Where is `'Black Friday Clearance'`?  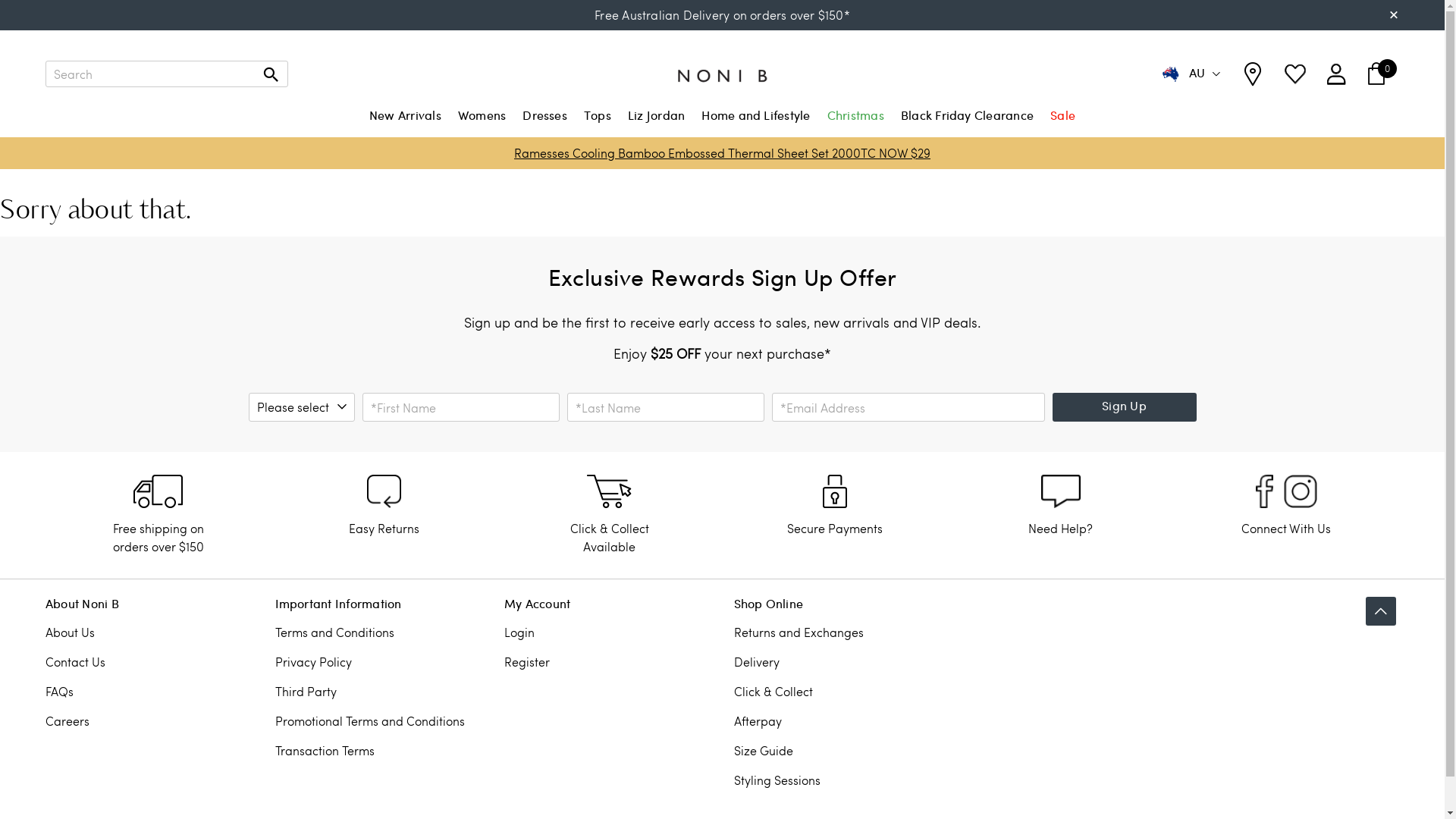 'Black Friday Clearance' is located at coordinates (898, 122).